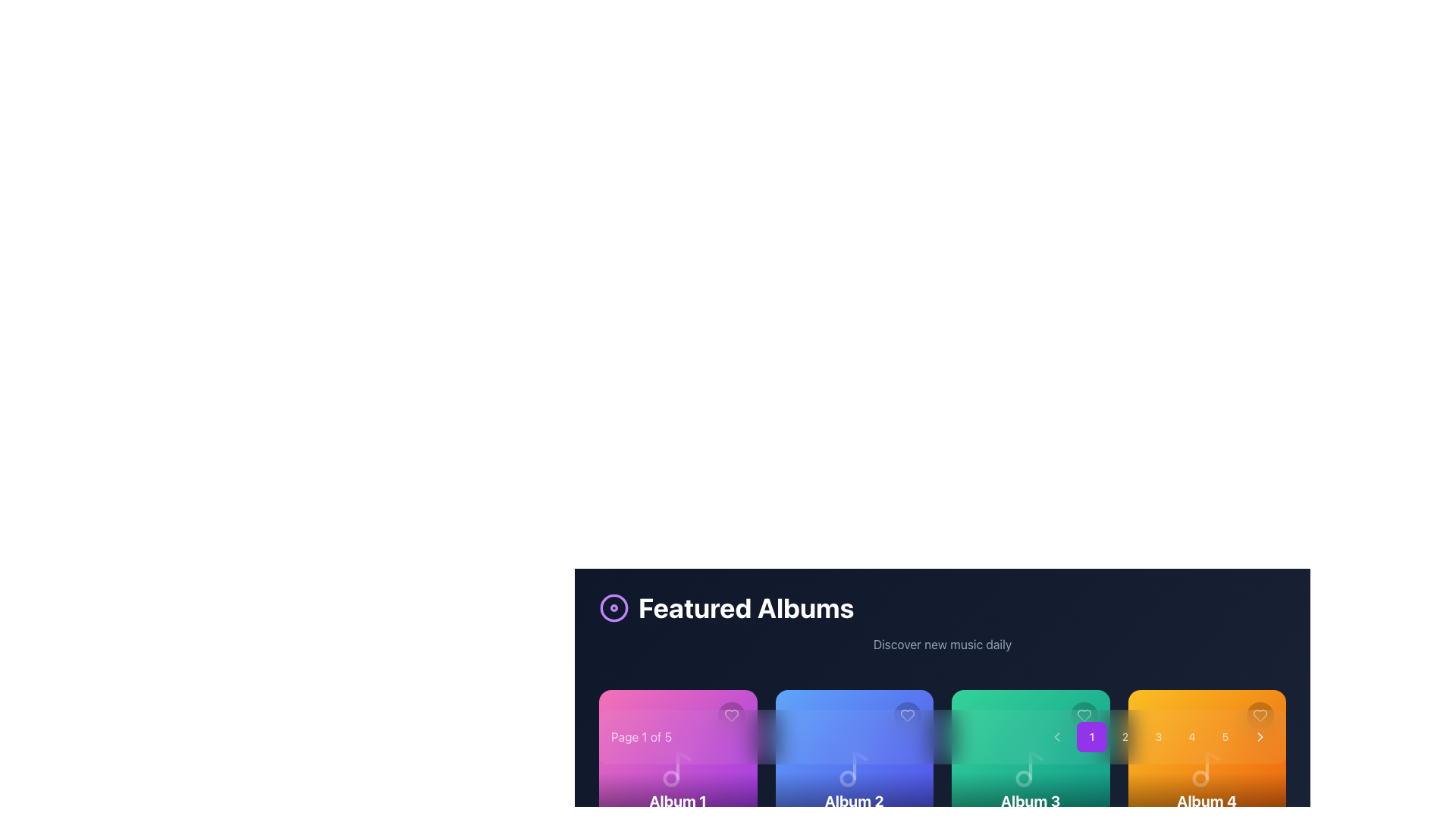 This screenshot has height=819, width=1456. What do you see at coordinates (1157, 736) in the screenshot?
I see `the third button in the pagination control bar, which allows navigation to the third page of content` at bounding box center [1157, 736].